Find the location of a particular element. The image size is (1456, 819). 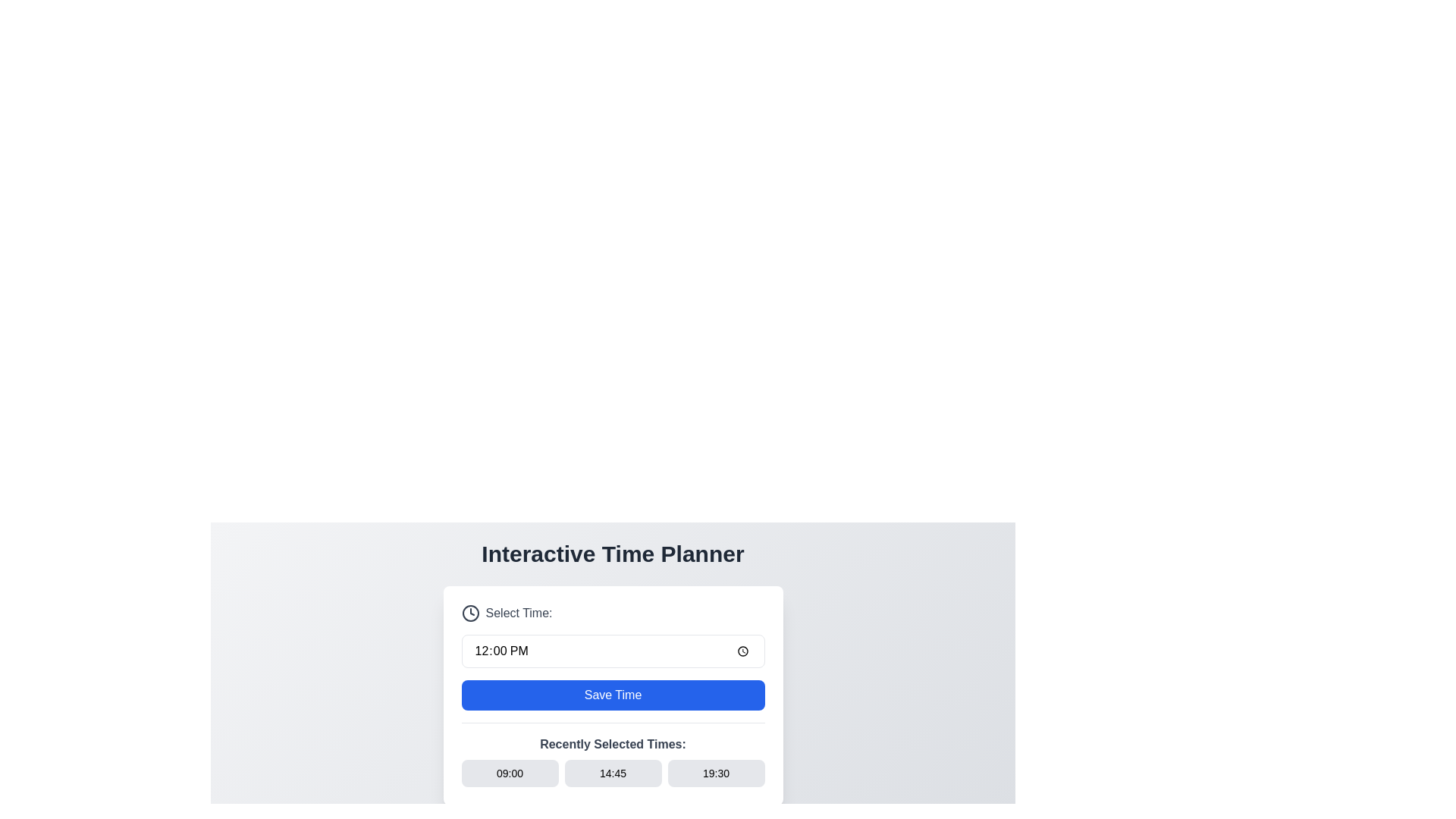

the button located below the time selection input field is located at coordinates (613, 695).